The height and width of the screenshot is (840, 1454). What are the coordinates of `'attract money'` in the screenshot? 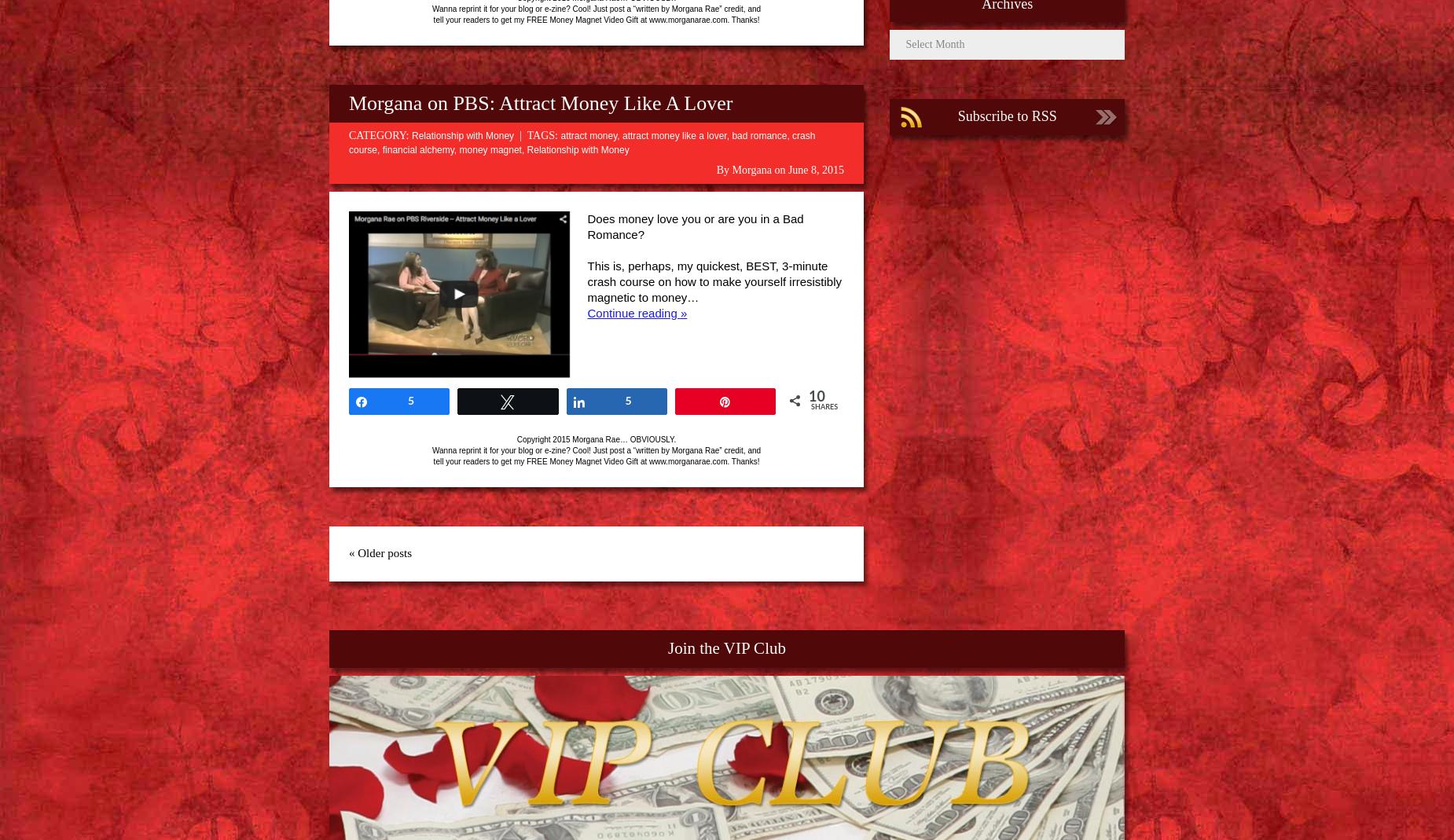 It's located at (589, 135).